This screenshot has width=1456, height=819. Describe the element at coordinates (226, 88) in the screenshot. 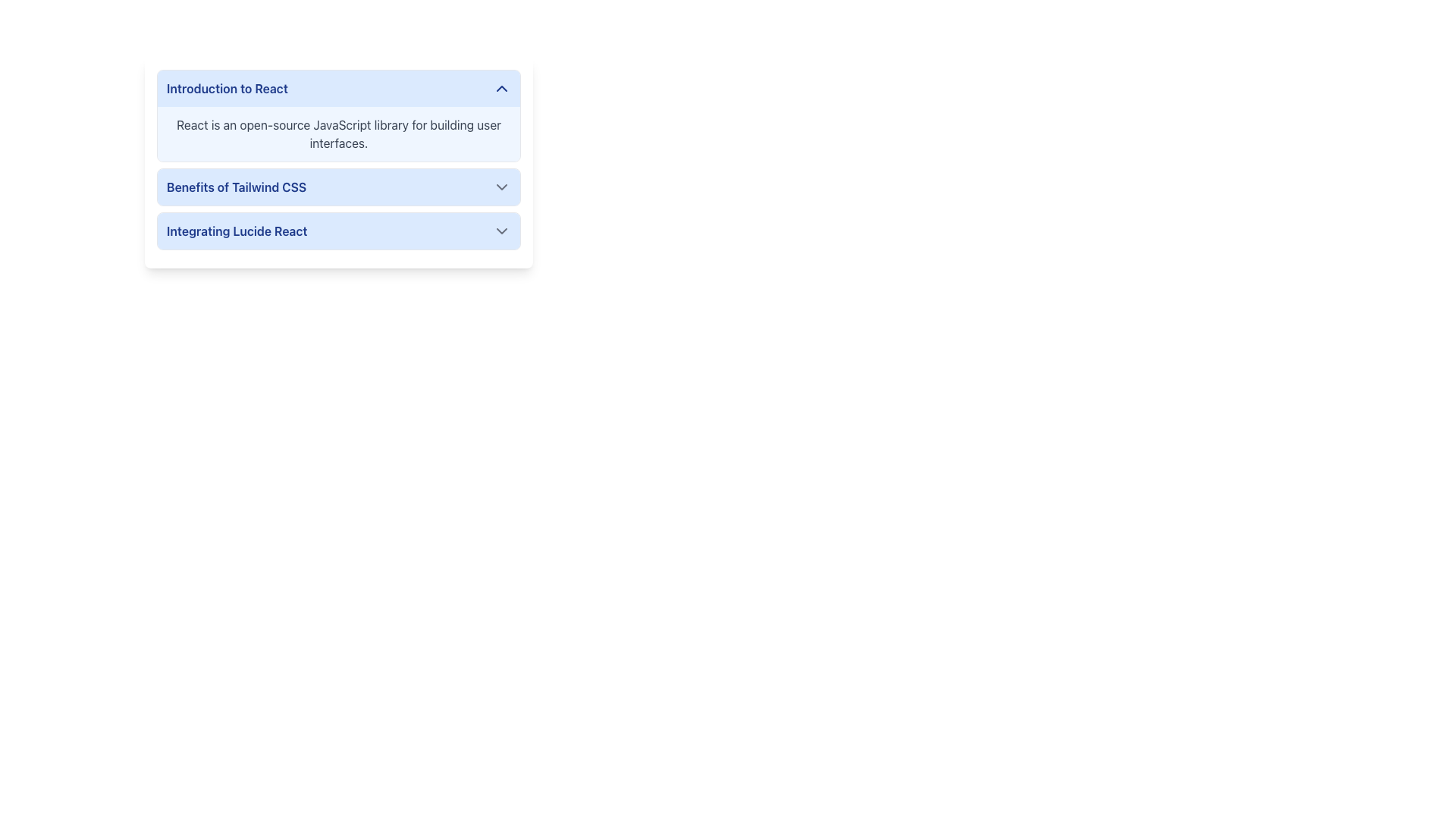

I see `the text label reading 'Introduction to React', which is styled in bold dark blue against a light blue background, located at the top of the first collapsible section` at that location.